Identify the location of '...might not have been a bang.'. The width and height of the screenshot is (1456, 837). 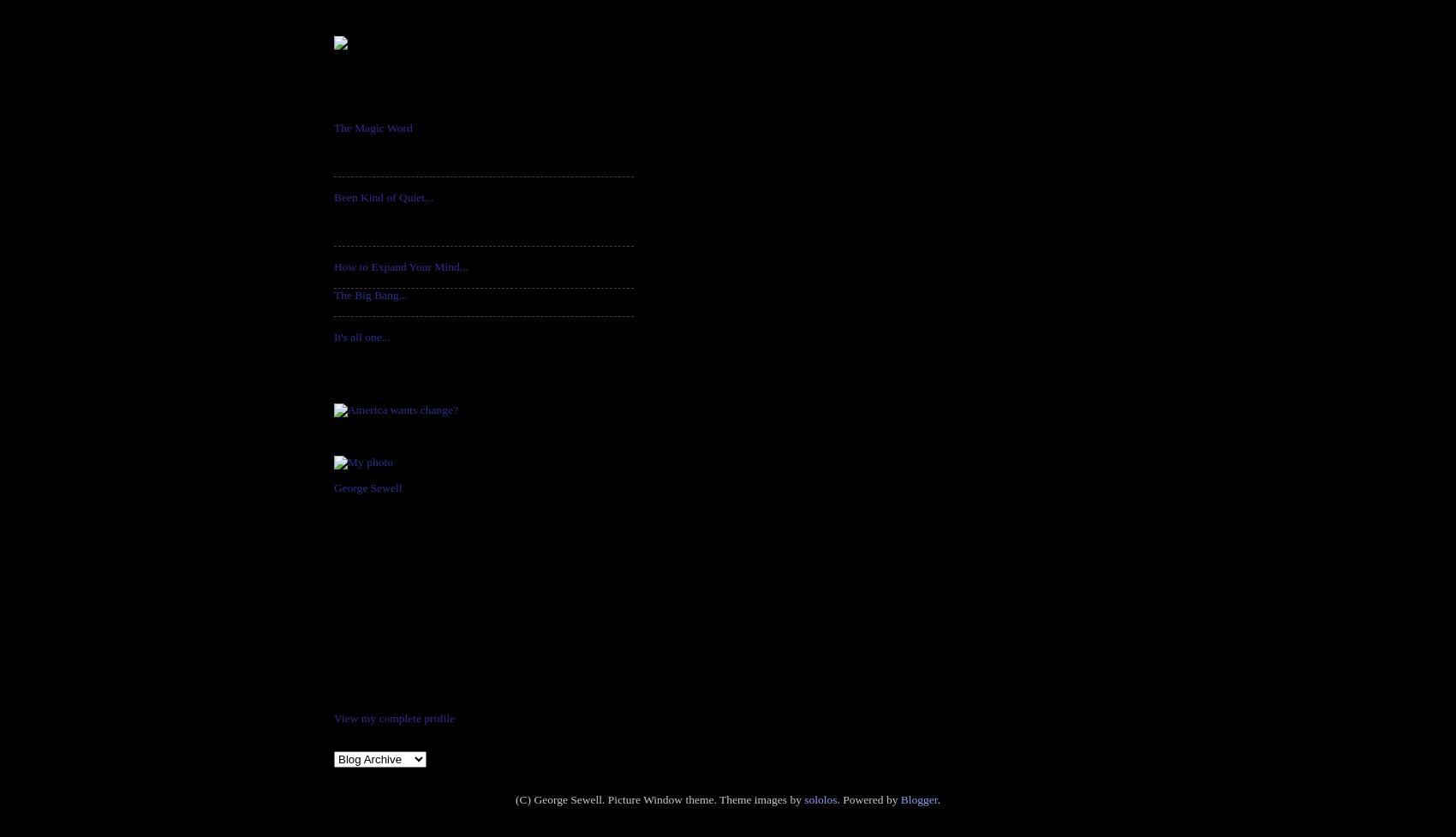
(404, 308).